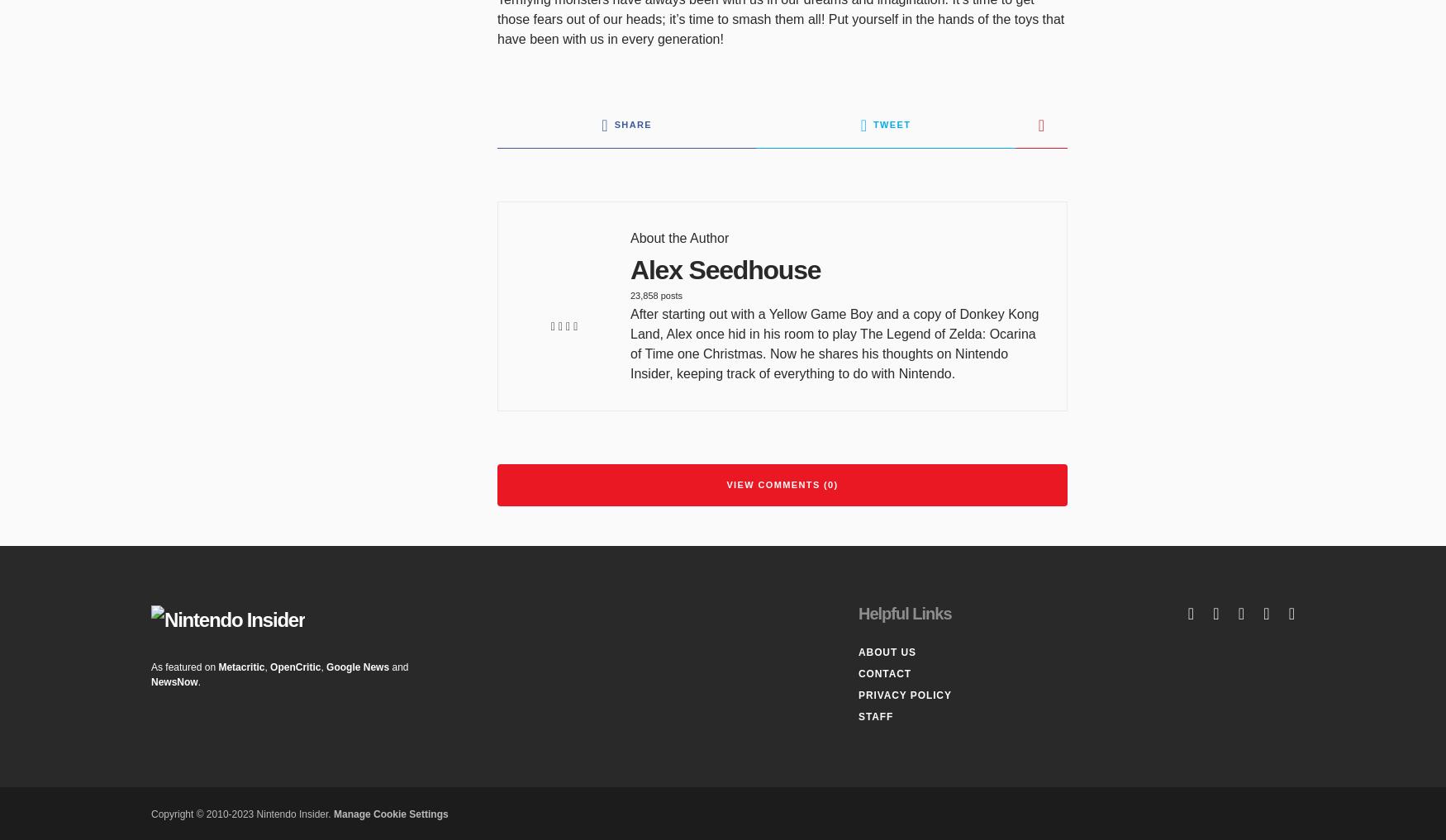  What do you see at coordinates (782, 484) in the screenshot?
I see `'View Comments (0)'` at bounding box center [782, 484].